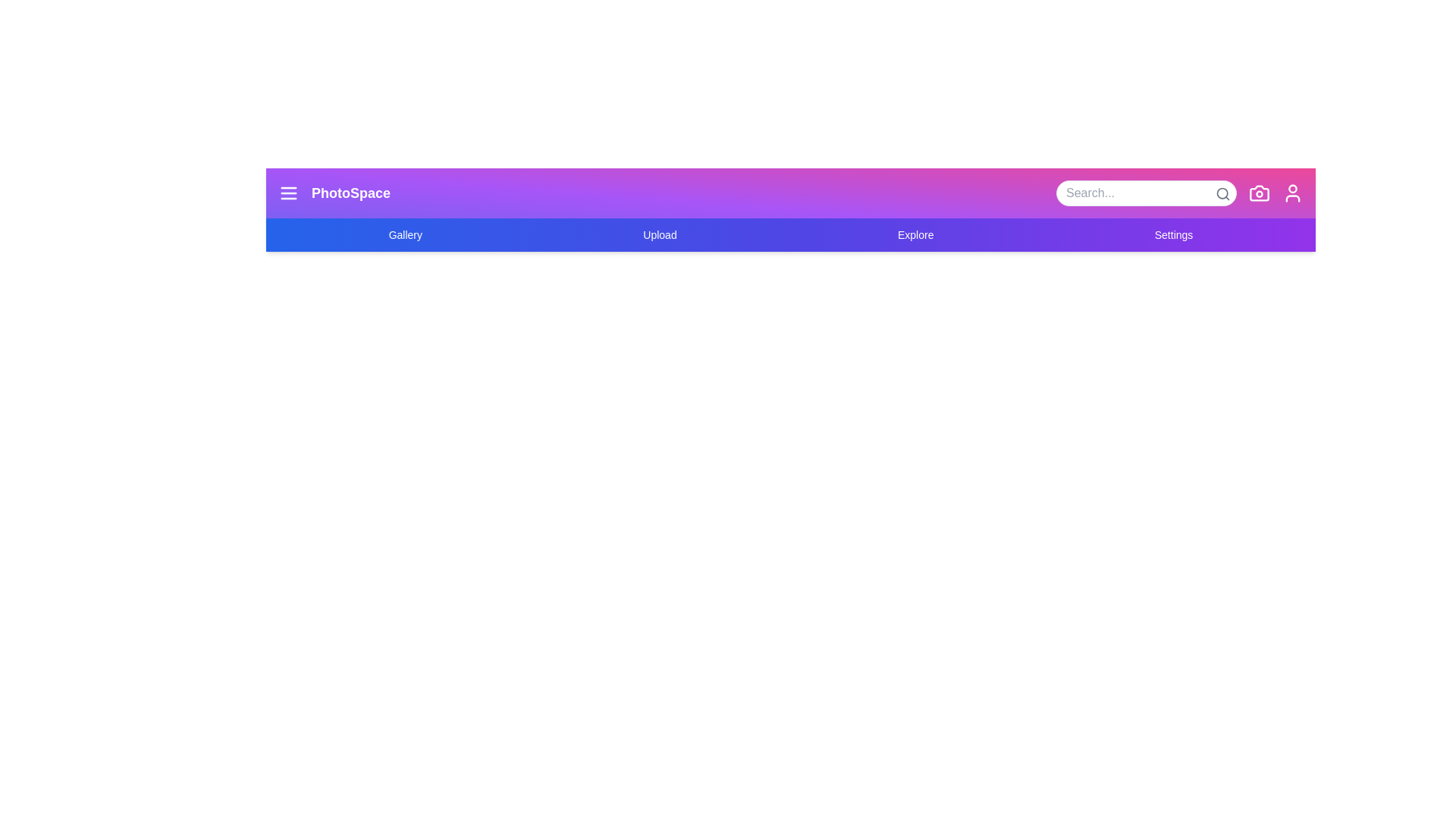  Describe the element at coordinates (659, 234) in the screenshot. I see `the navigation link Upload` at that location.